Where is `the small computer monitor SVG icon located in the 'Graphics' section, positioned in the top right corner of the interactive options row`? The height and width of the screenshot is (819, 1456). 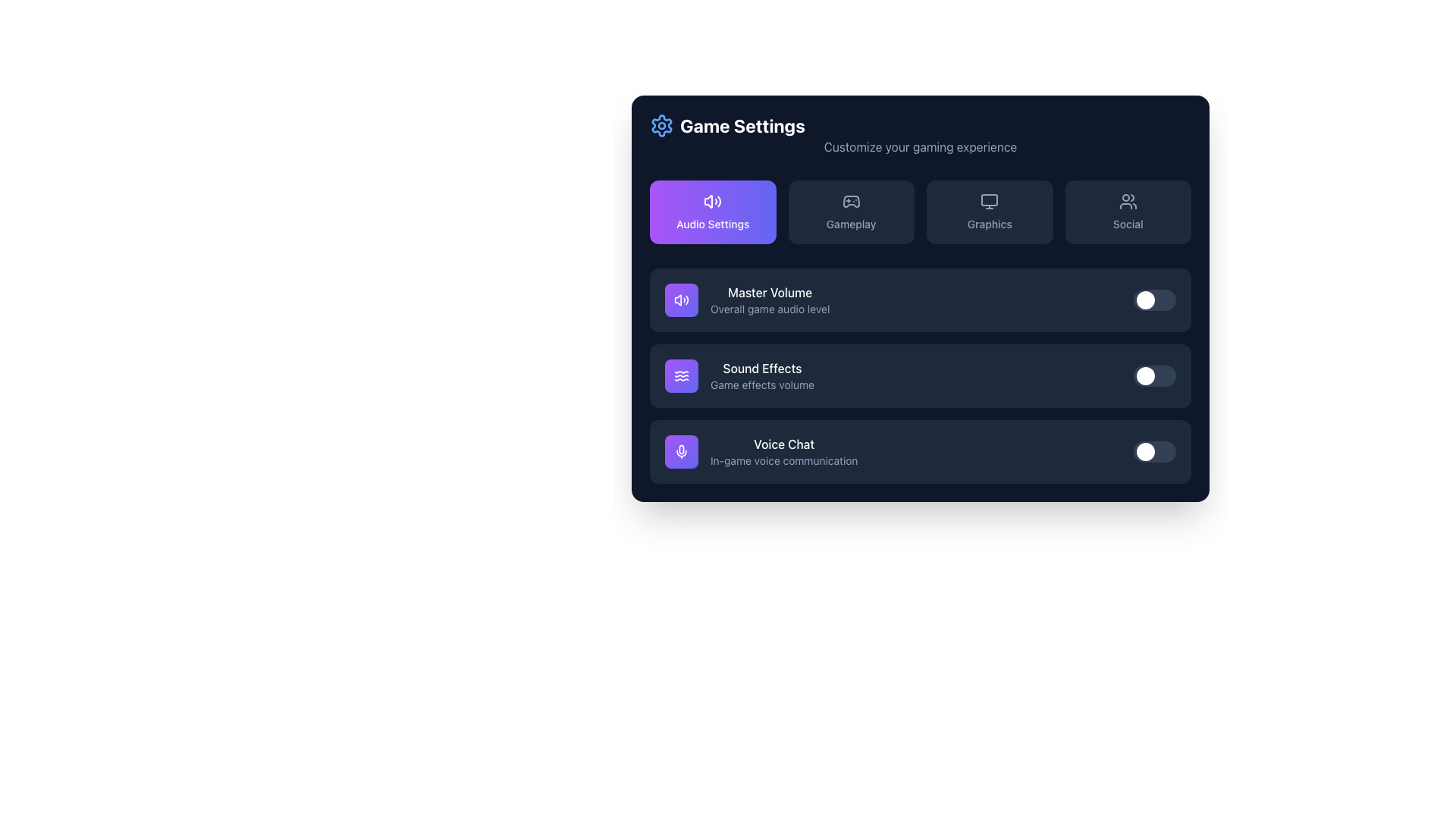 the small computer monitor SVG icon located in the 'Graphics' section, positioned in the top right corner of the interactive options row is located at coordinates (990, 201).